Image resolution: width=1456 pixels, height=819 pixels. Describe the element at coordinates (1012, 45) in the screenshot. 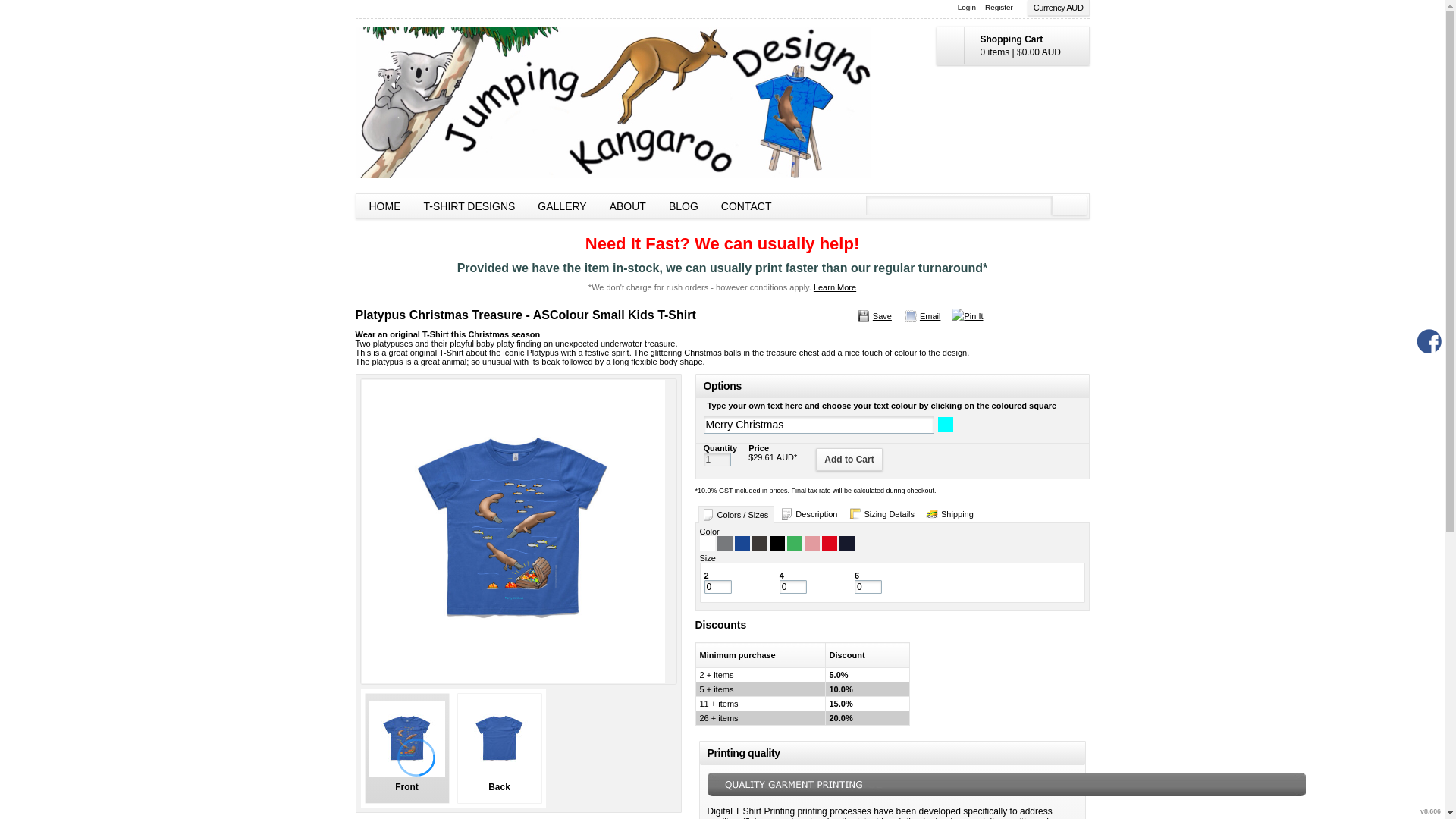

I see `'Shopping Cart` at that location.